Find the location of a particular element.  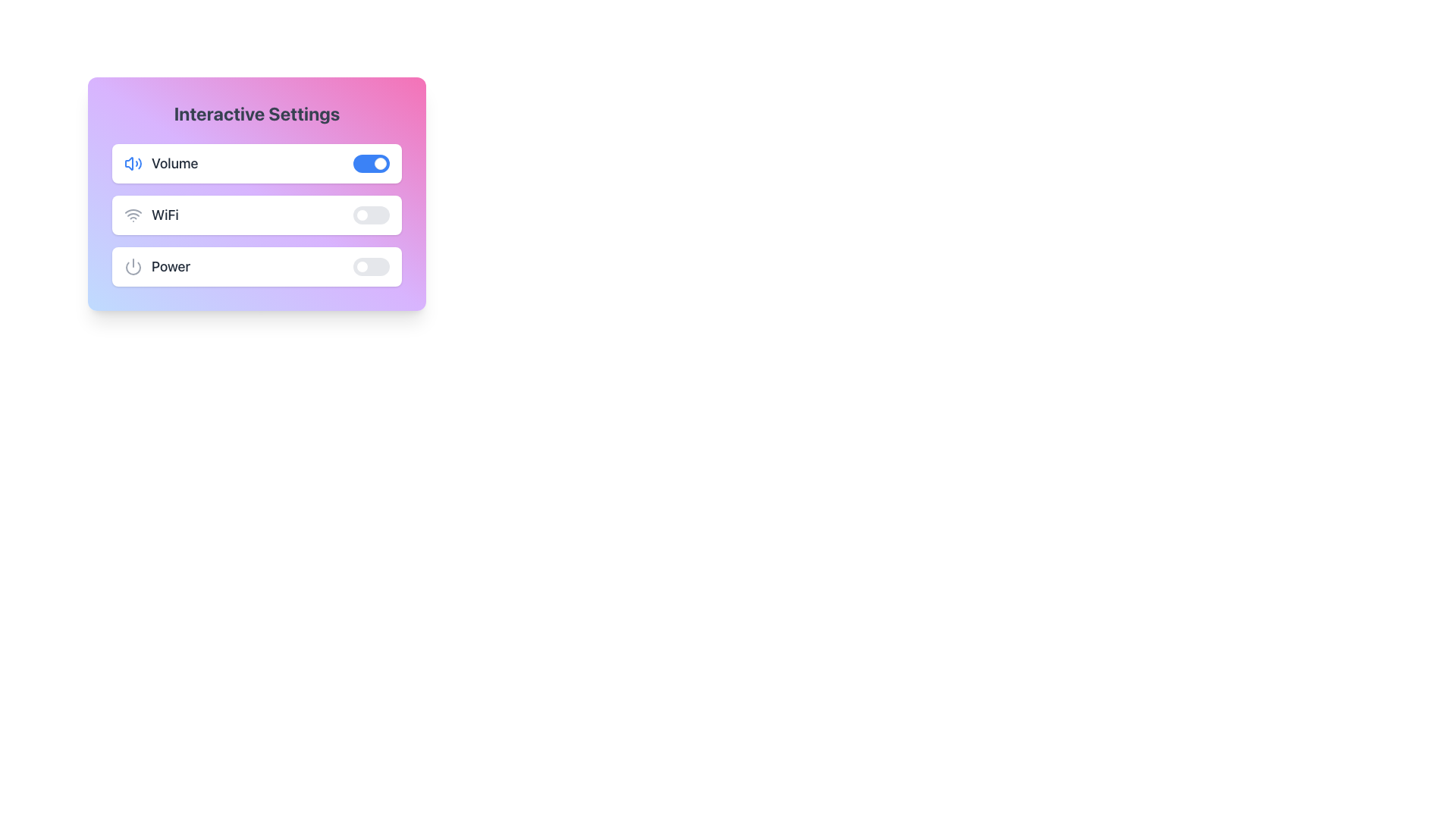

the text label for WiFi settings, which is located in the middle of the second row of the card, positioned to the right of the WiFi icon and to the left of the toggle switch is located at coordinates (165, 215).